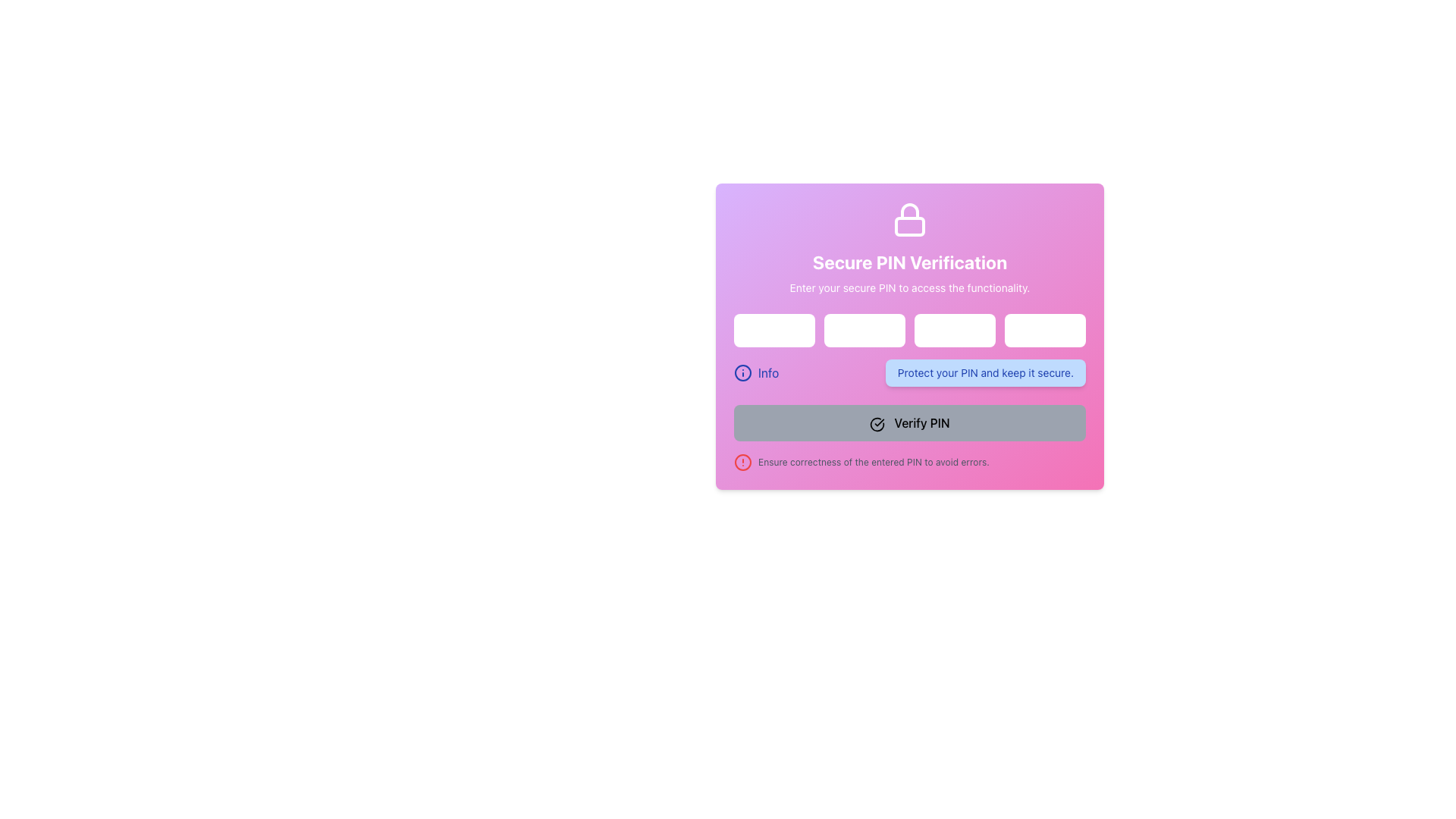 The width and height of the screenshot is (1456, 819). Describe the element at coordinates (910, 373) in the screenshot. I see `the 'Info' icon or the informational text displaying 'Protect your PIN and keep it secure.'` at that location.